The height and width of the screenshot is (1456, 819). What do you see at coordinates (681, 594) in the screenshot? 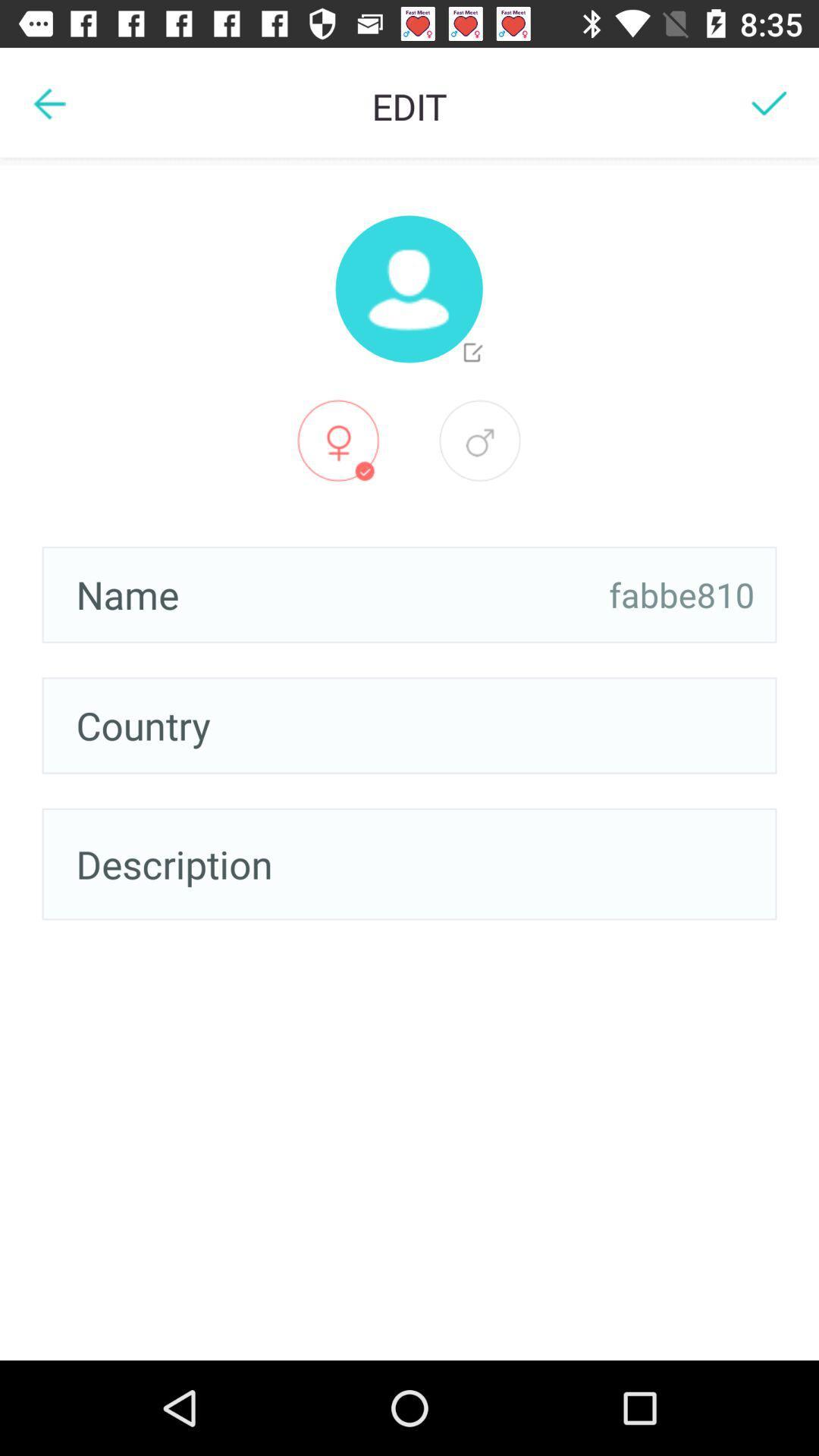
I see `the icon next to the name` at bounding box center [681, 594].